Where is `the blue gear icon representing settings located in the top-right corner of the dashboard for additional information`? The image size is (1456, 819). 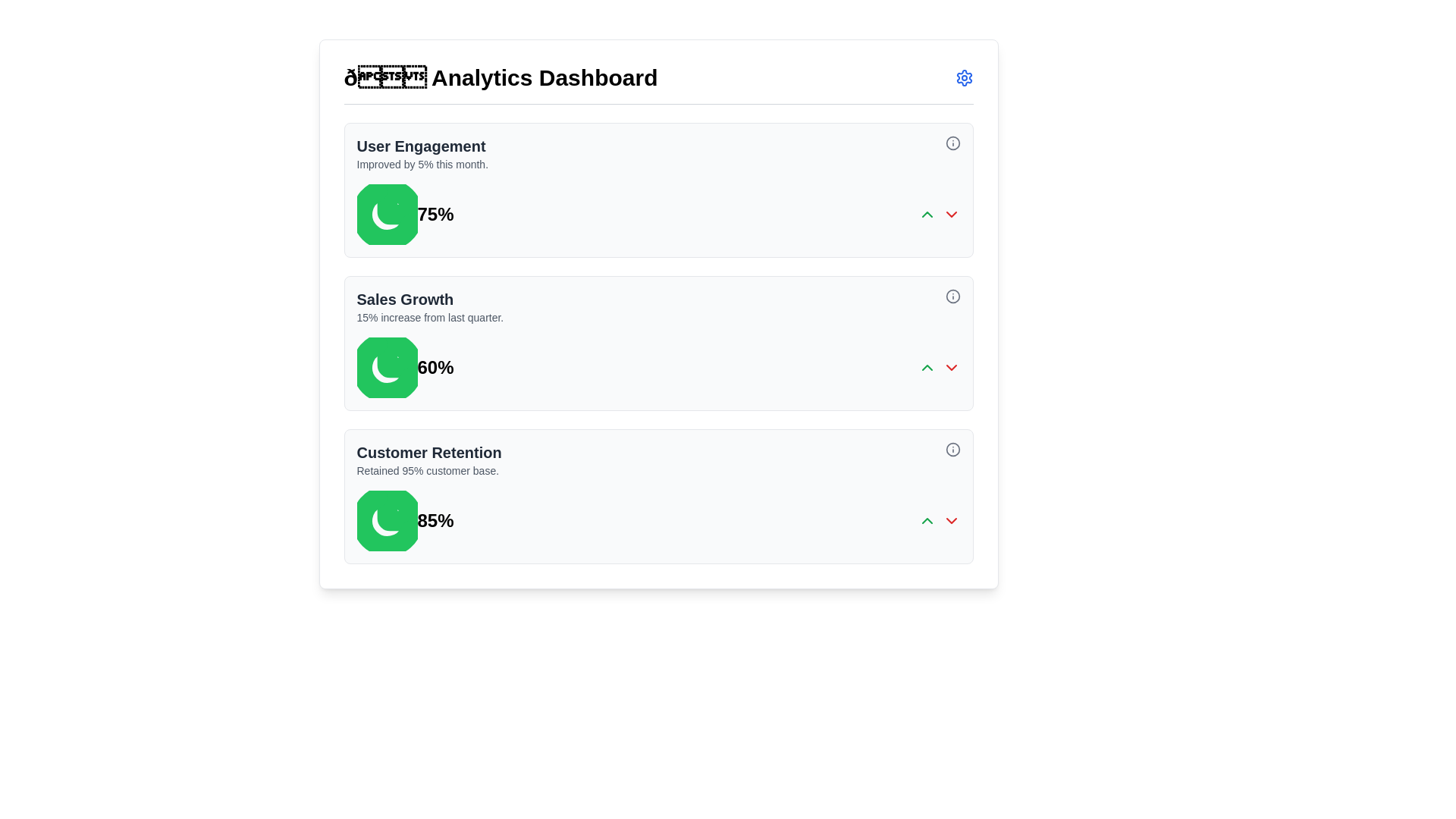
the blue gear icon representing settings located in the top-right corner of the dashboard for additional information is located at coordinates (963, 78).